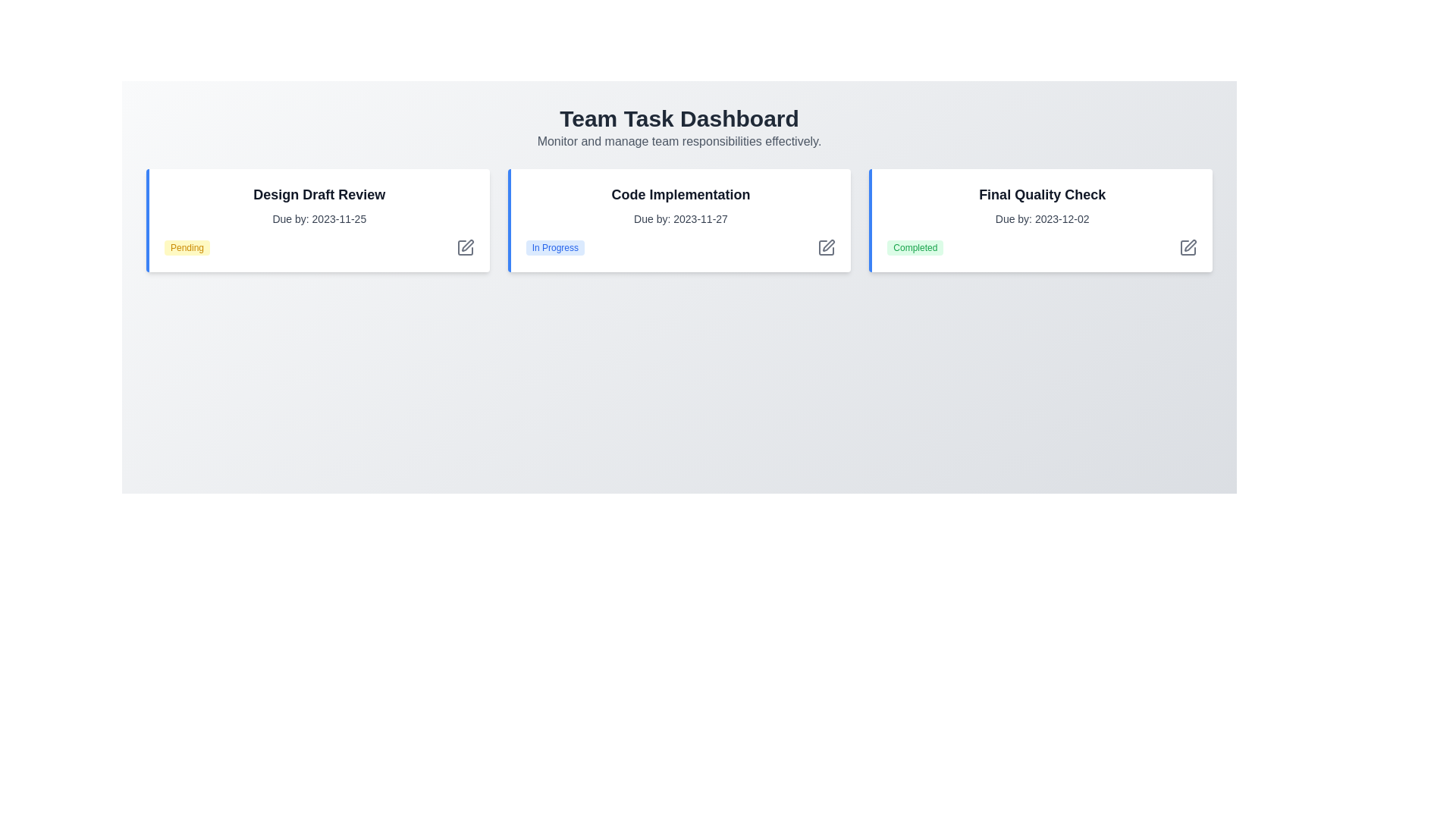 Image resolution: width=1456 pixels, height=819 pixels. I want to click on text from the title label displaying 'Design Draft Review', which is the top line within a card layout, so click(318, 194).